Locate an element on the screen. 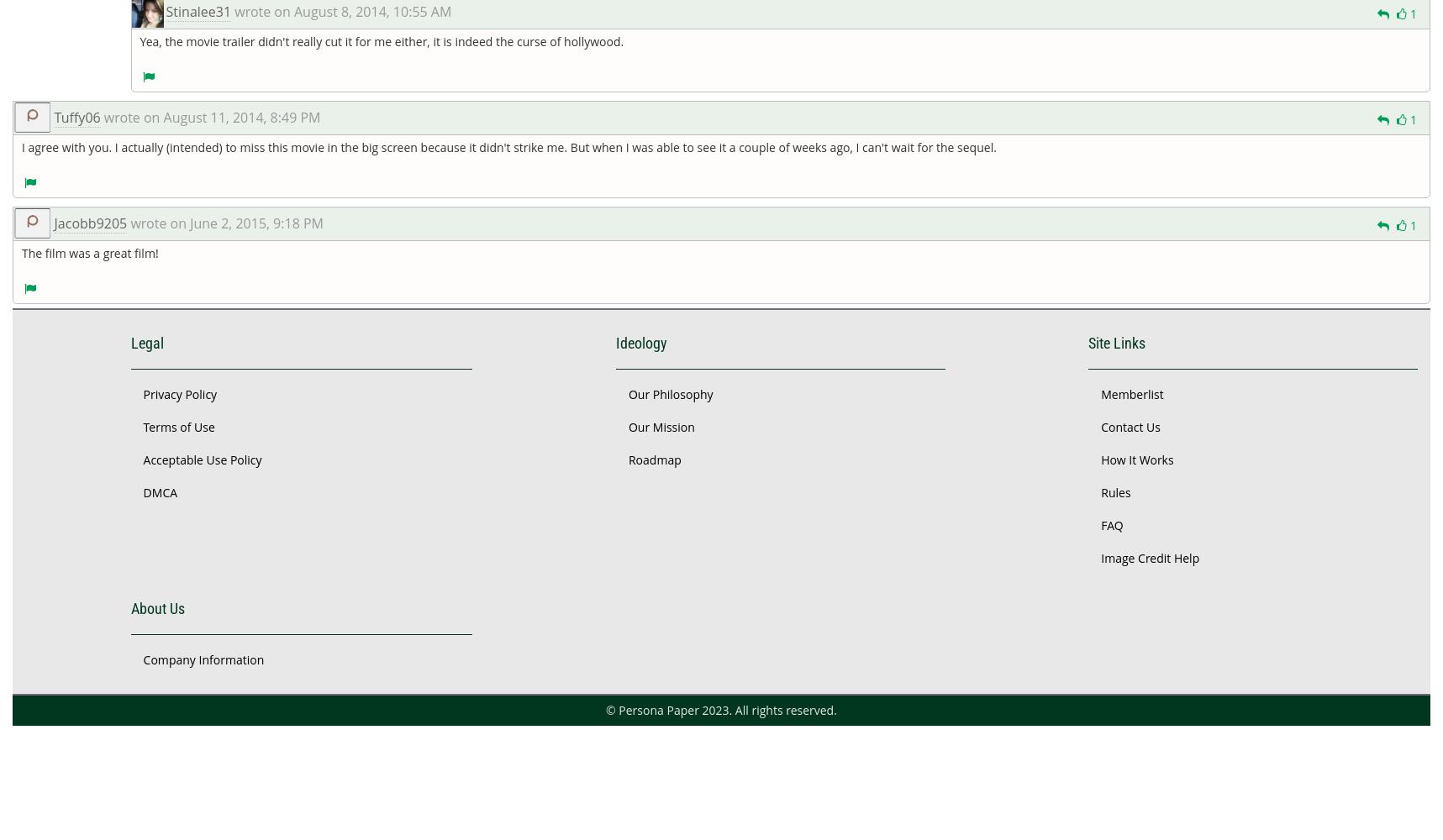  'FAQ' is located at coordinates (1111, 523).